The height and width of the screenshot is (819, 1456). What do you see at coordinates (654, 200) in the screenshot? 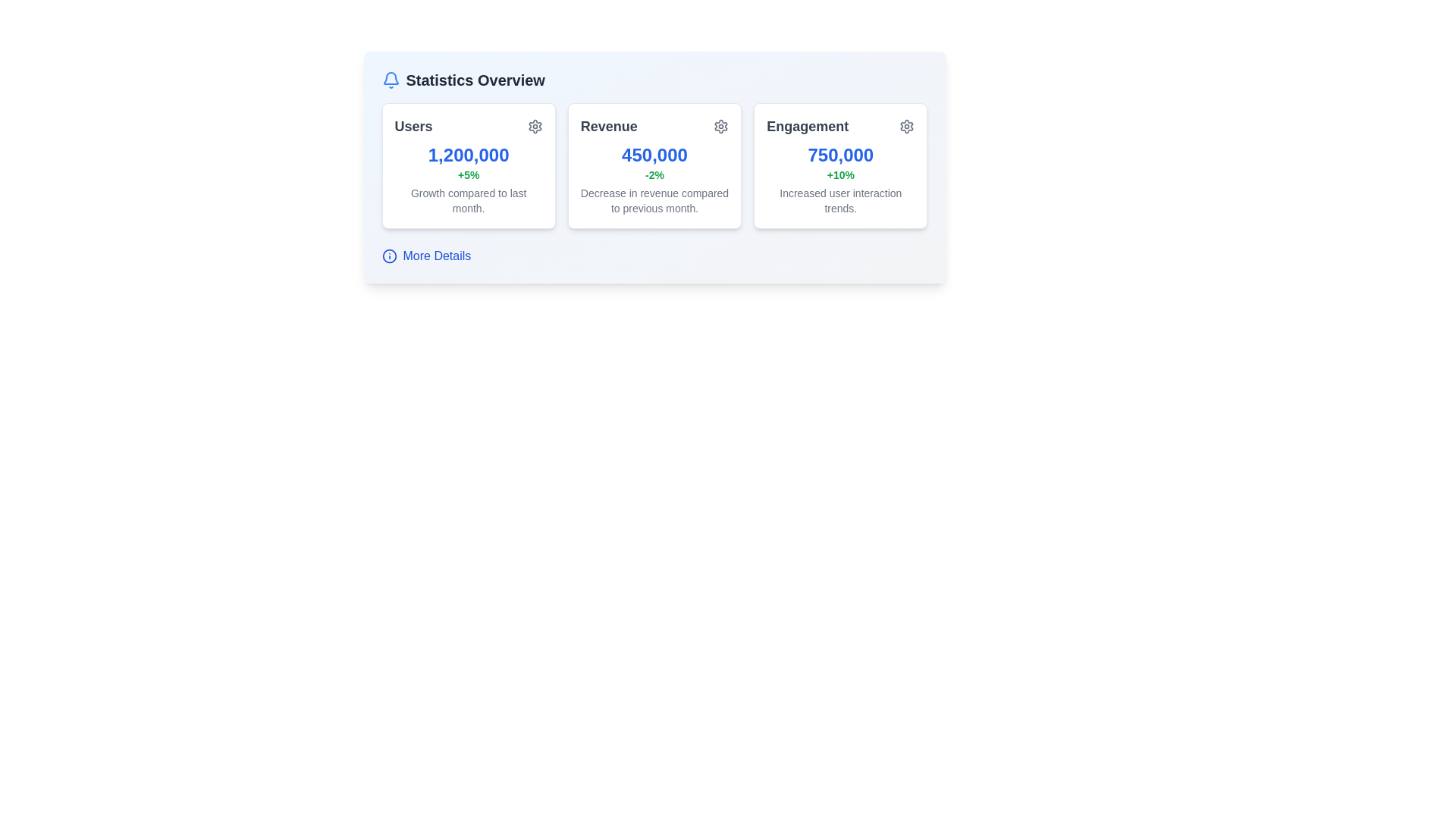
I see `the text display that reads 'Decrease in revenue compared to previous month.' located below the percentage '-2%' in the statistic card titled 'Revenue'` at bounding box center [654, 200].